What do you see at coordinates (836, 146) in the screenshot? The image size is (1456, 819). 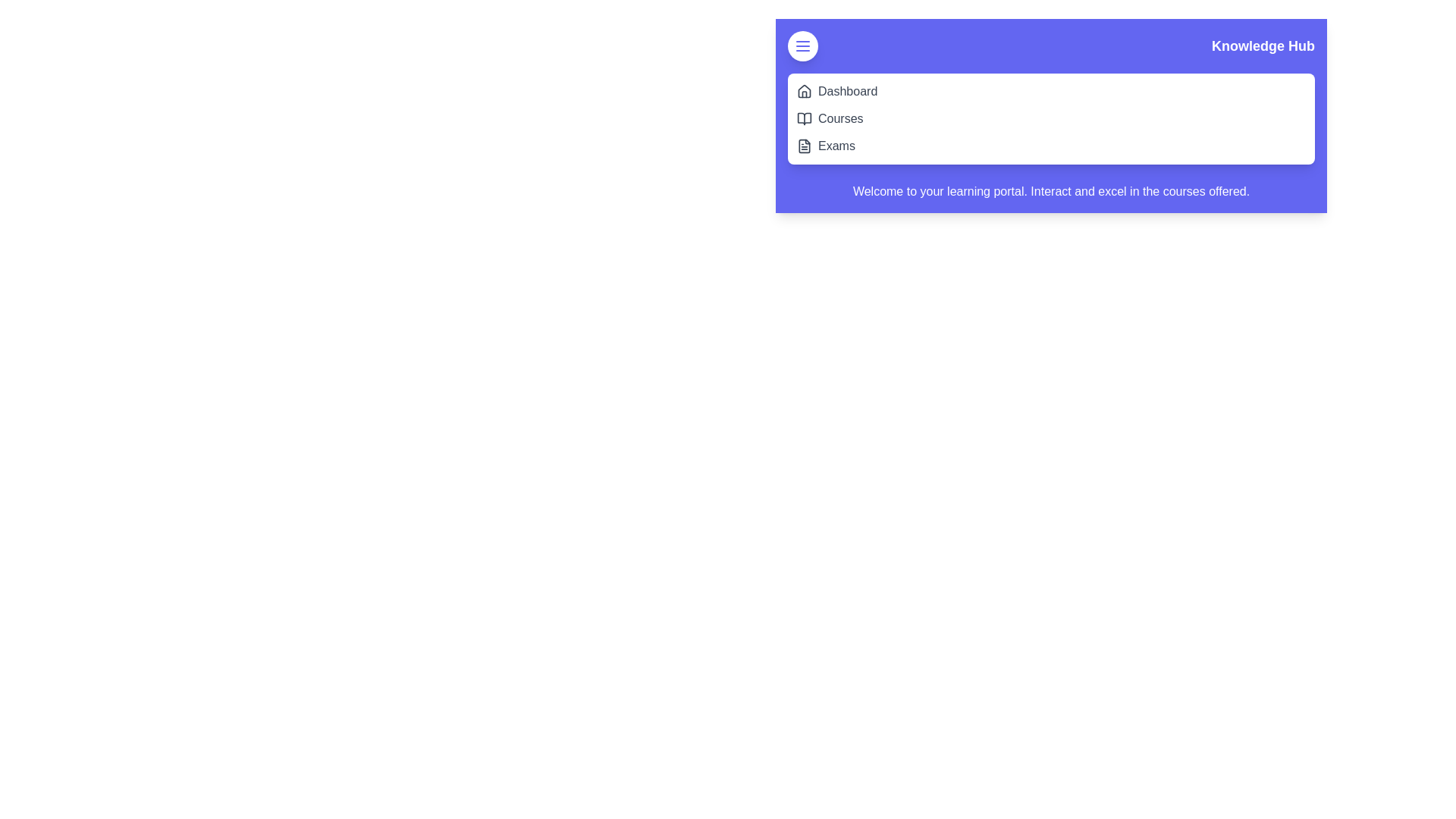 I see `the 'Exams' menu item` at bounding box center [836, 146].